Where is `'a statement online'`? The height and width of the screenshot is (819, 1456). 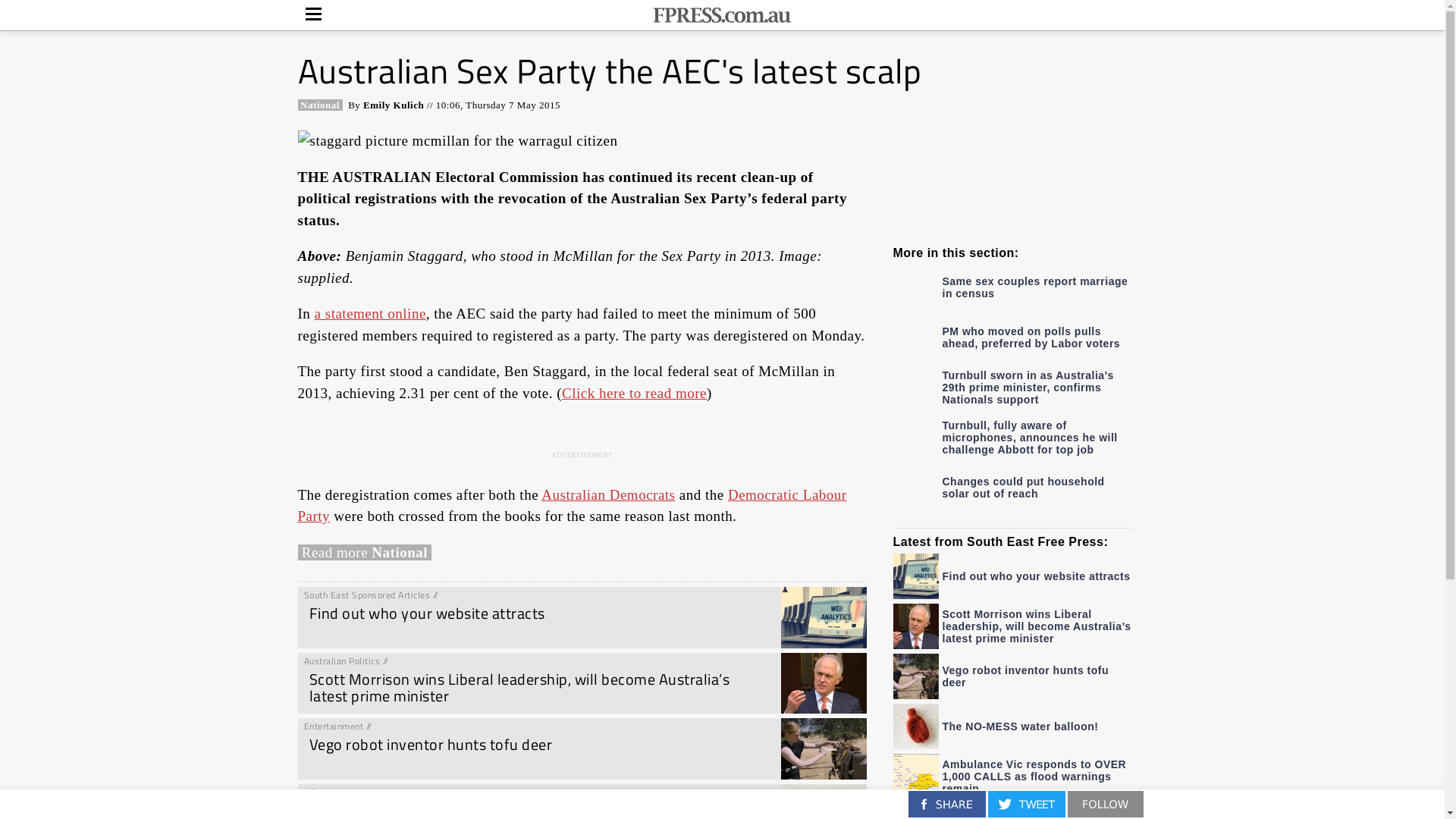
'a statement online' is located at coordinates (313, 312).